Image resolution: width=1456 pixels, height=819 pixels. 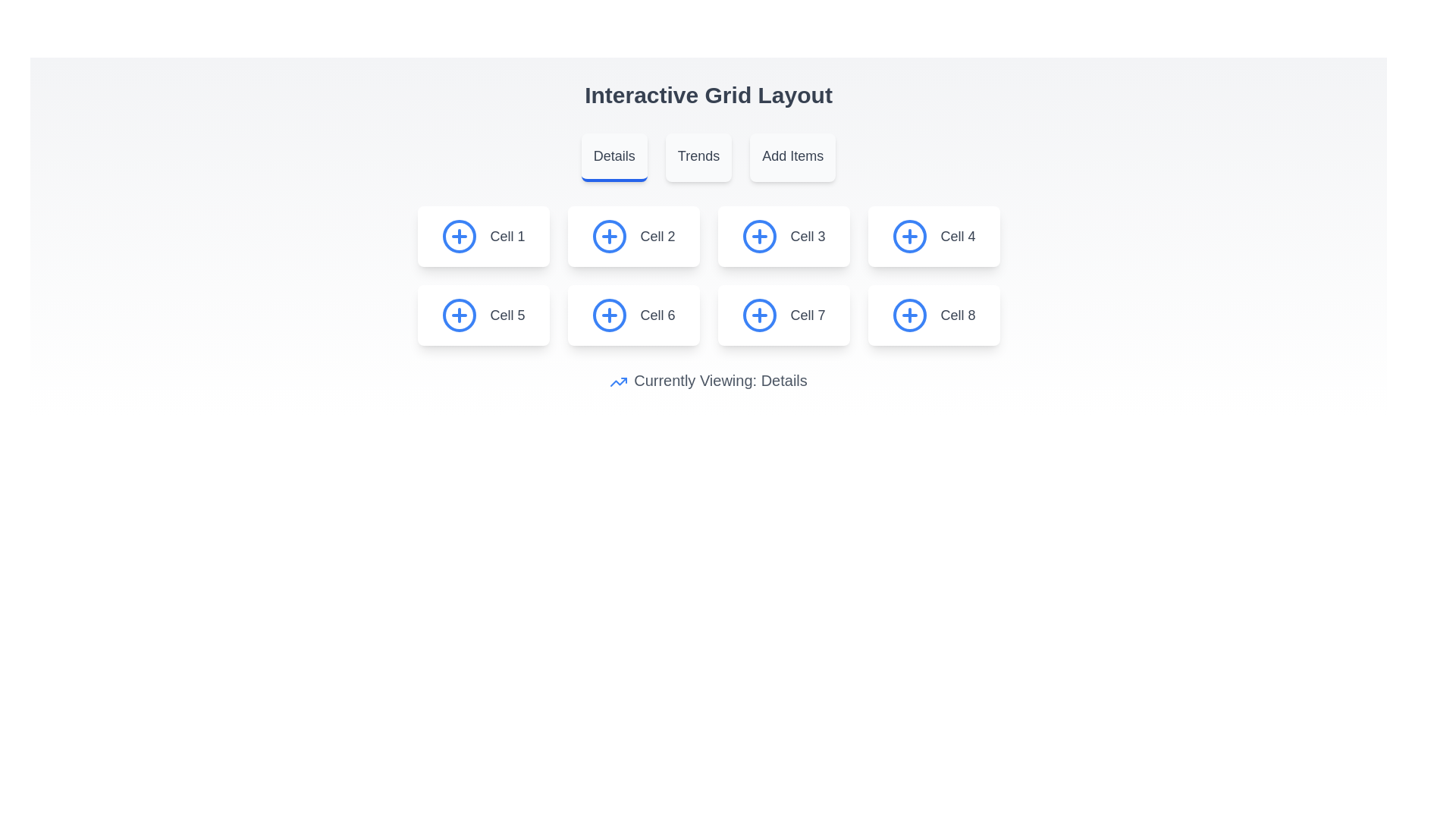 What do you see at coordinates (657, 315) in the screenshot?
I see `the text label indicating the title of the sixth grid item in the interface` at bounding box center [657, 315].